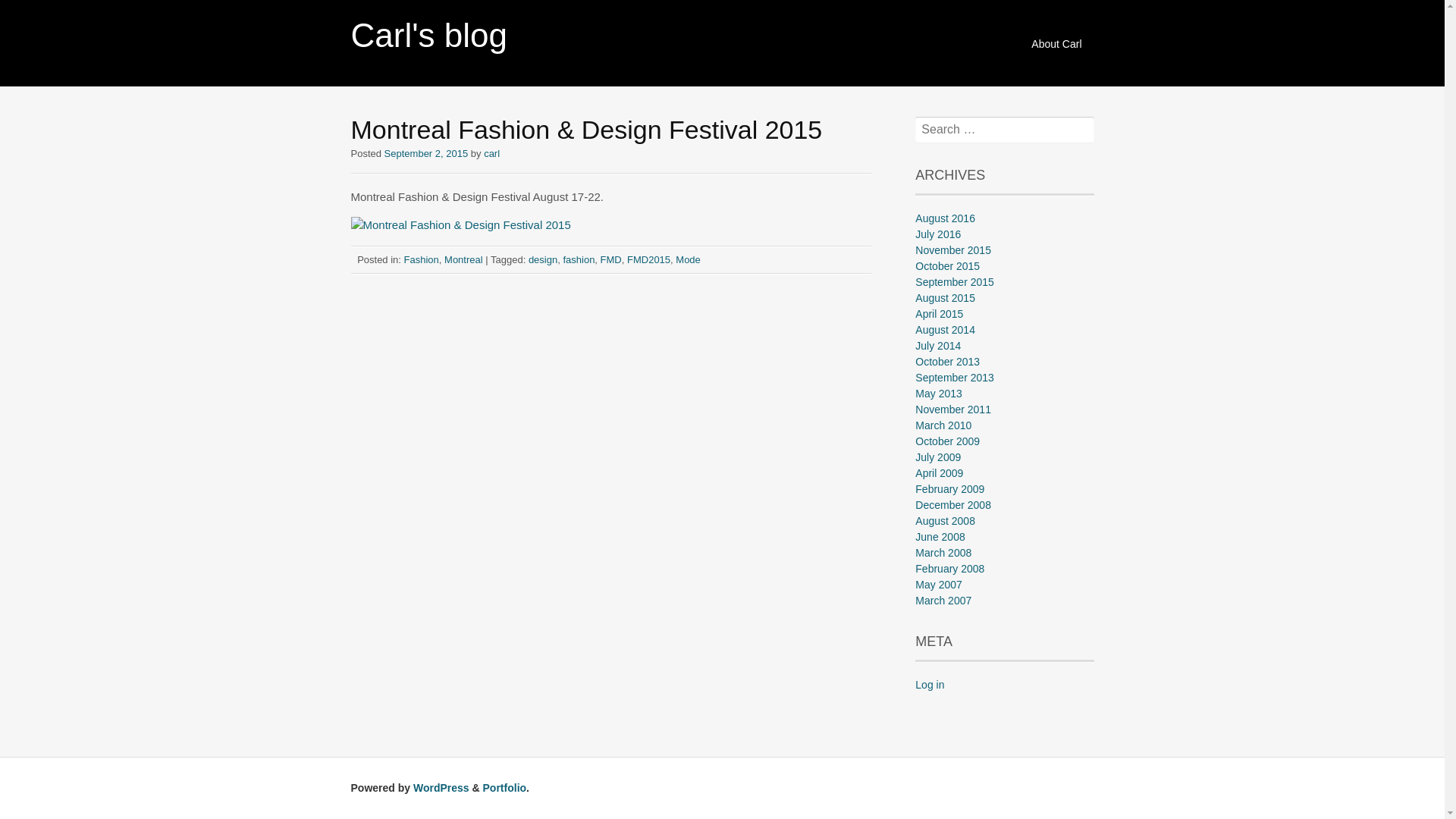 This screenshot has height=819, width=1456. What do you see at coordinates (946, 441) in the screenshot?
I see `'October 2009'` at bounding box center [946, 441].